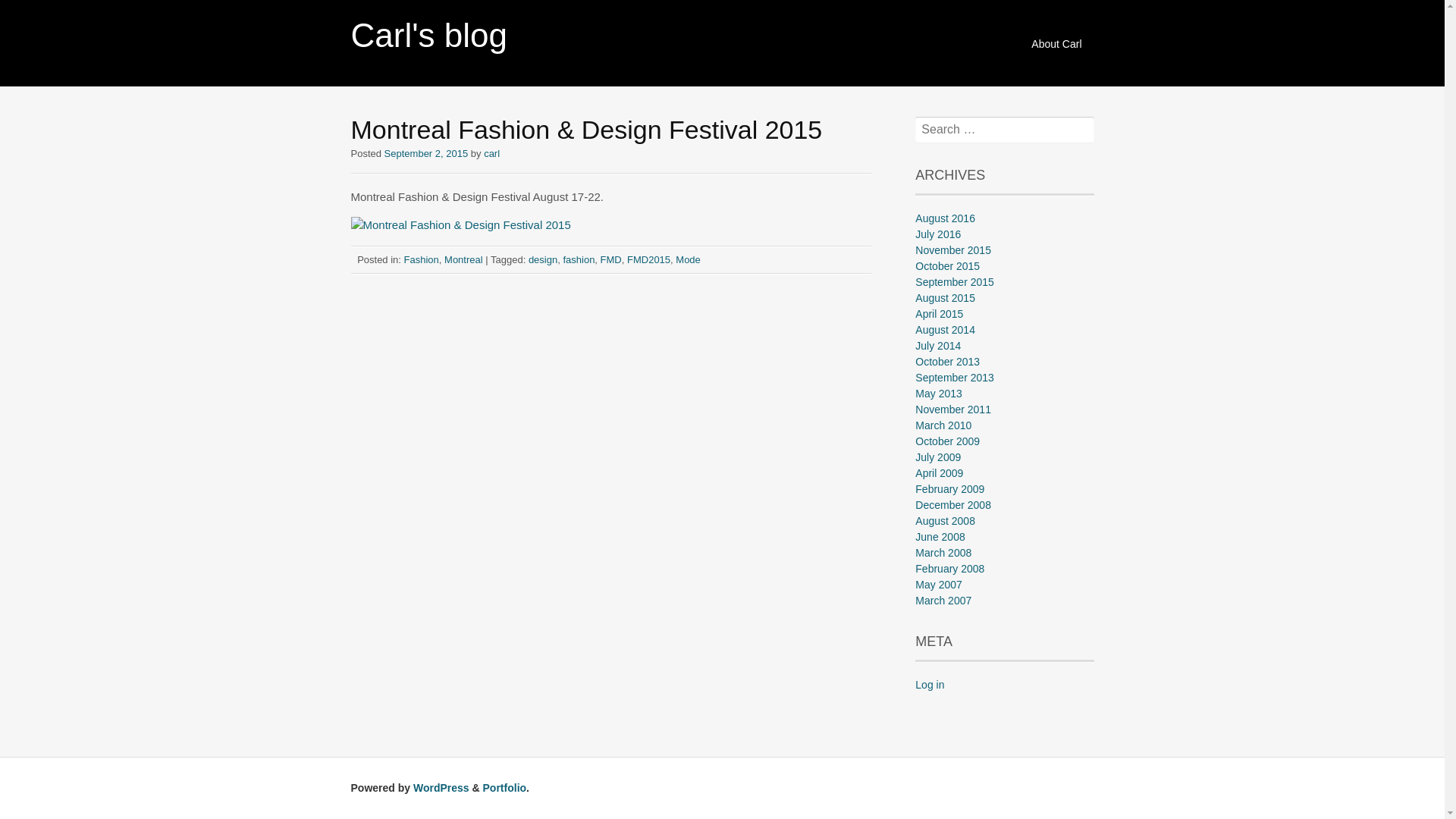 This screenshot has height=819, width=1456. What do you see at coordinates (946, 441) in the screenshot?
I see `'October 2009'` at bounding box center [946, 441].